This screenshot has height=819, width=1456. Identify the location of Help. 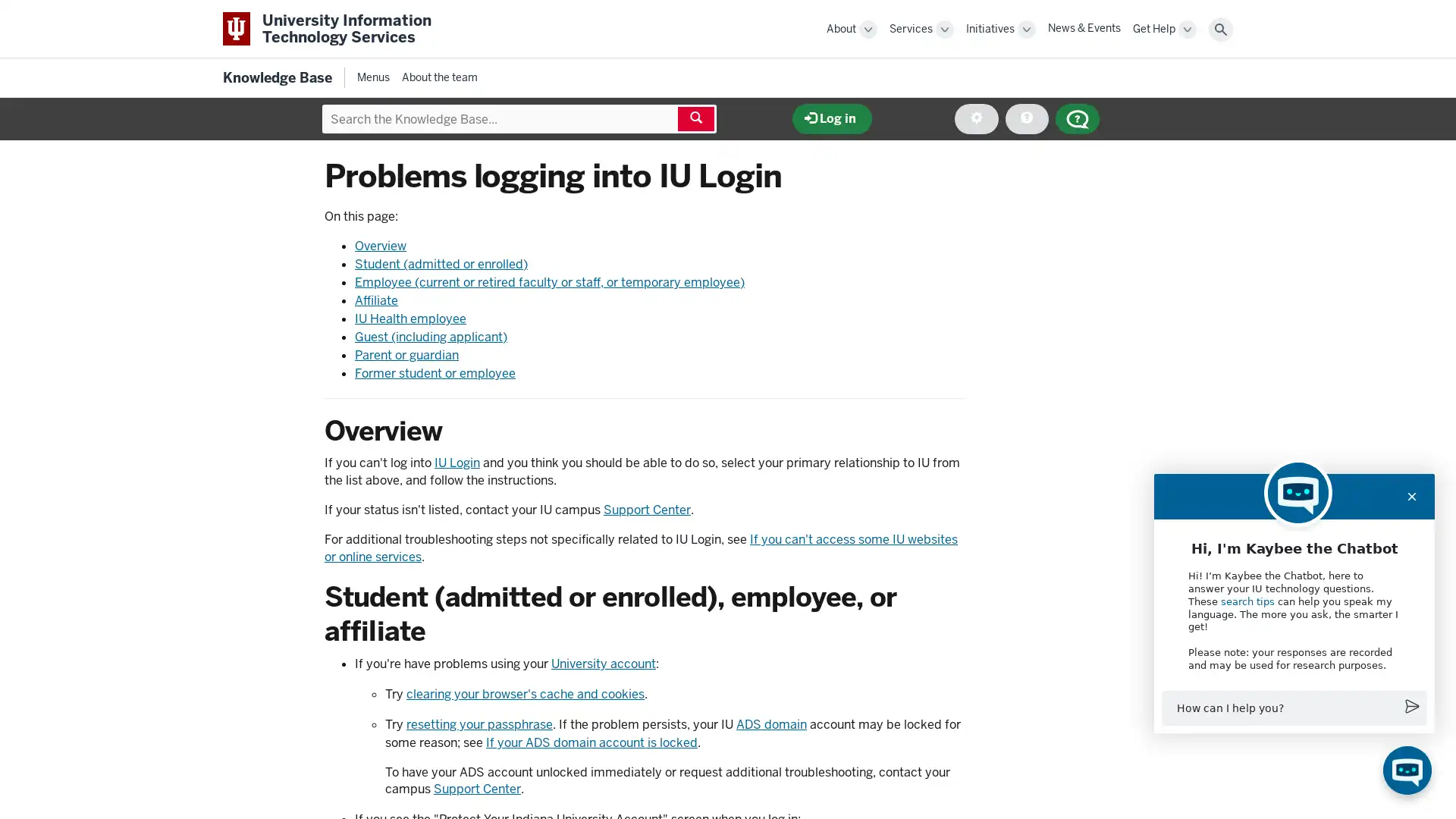
(1026, 118).